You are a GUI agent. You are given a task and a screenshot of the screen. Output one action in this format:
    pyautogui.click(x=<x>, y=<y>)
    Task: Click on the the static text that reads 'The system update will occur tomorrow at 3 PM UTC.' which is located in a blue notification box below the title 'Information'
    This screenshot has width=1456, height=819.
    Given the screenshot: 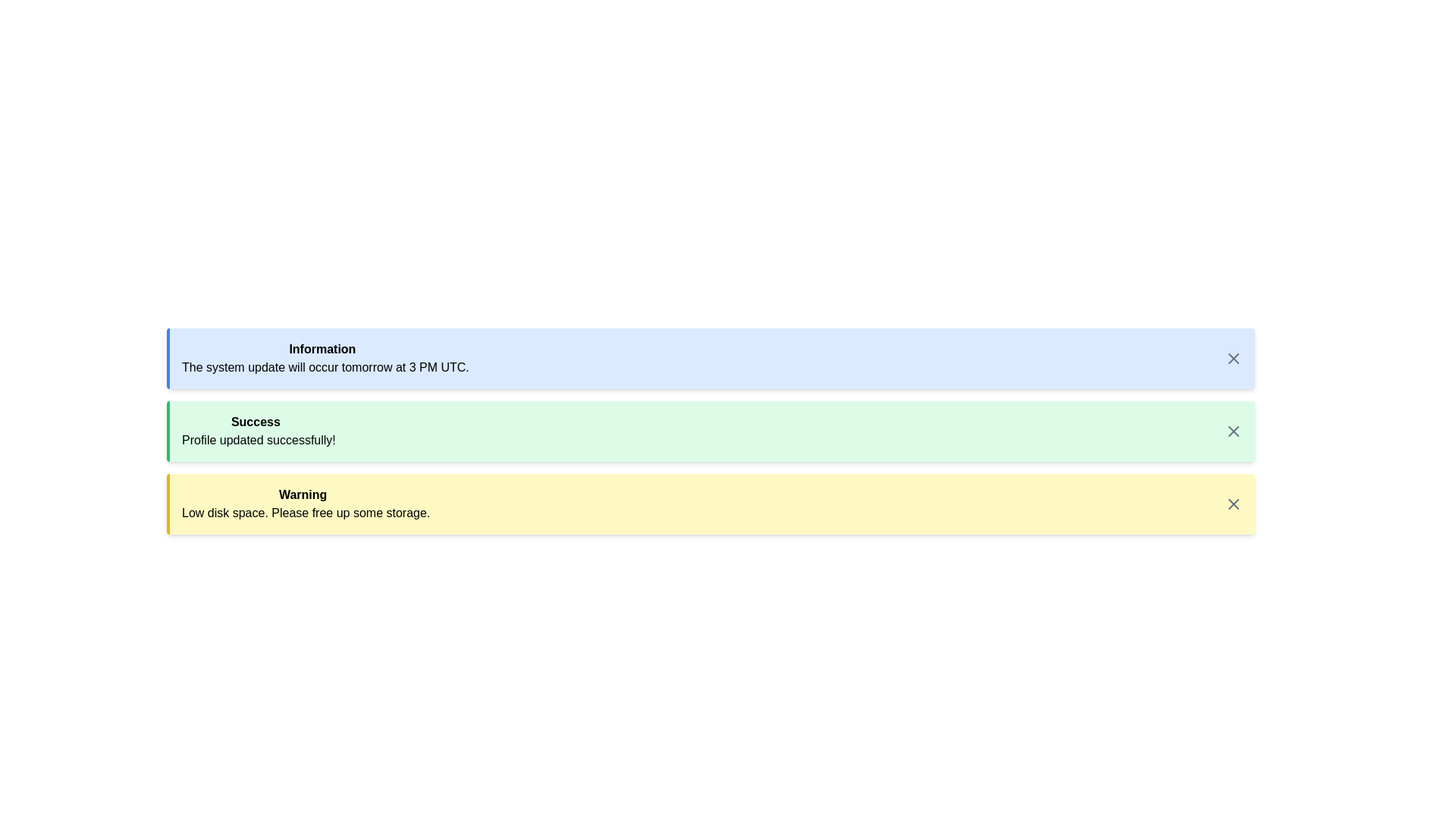 What is the action you would take?
    pyautogui.click(x=325, y=368)
    